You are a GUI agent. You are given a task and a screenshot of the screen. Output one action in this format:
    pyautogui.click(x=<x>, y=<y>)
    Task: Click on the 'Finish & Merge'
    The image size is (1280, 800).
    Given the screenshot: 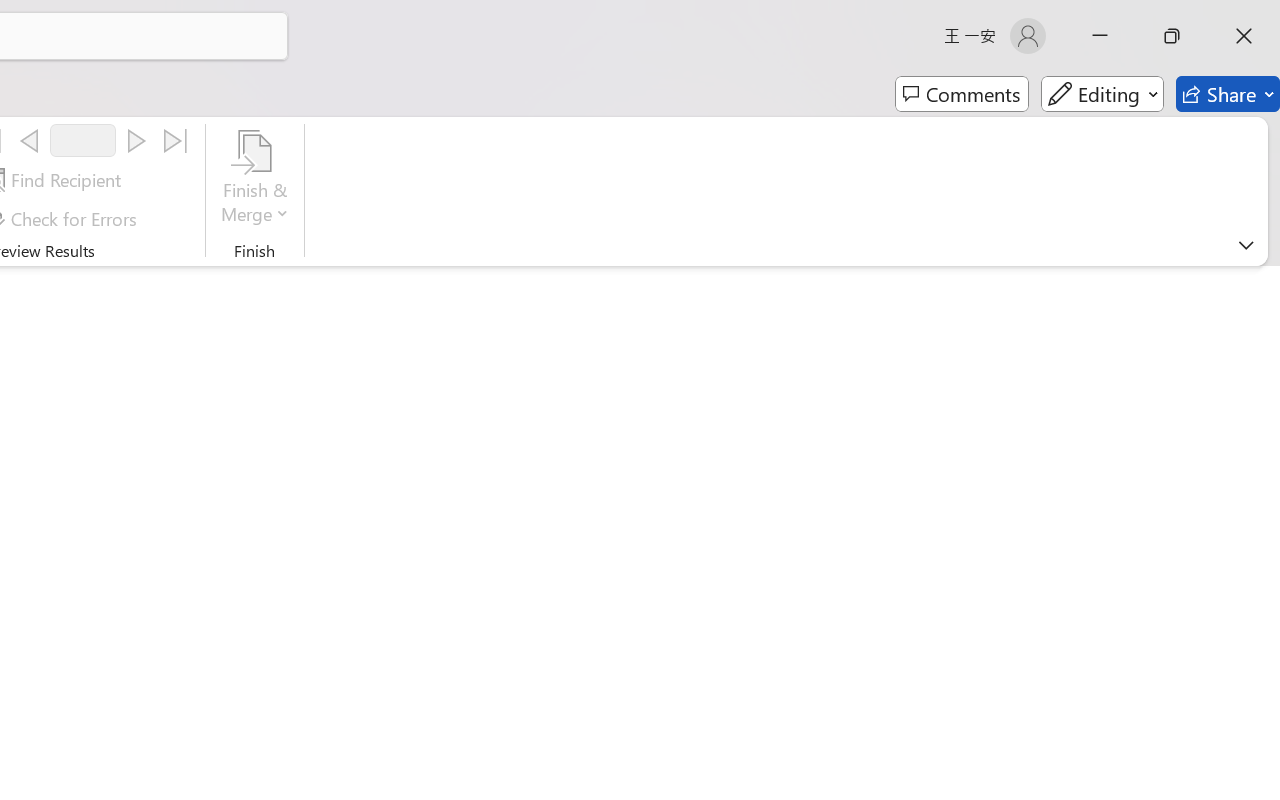 What is the action you would take?
    pyautogui.click(x=254, y=179)
    